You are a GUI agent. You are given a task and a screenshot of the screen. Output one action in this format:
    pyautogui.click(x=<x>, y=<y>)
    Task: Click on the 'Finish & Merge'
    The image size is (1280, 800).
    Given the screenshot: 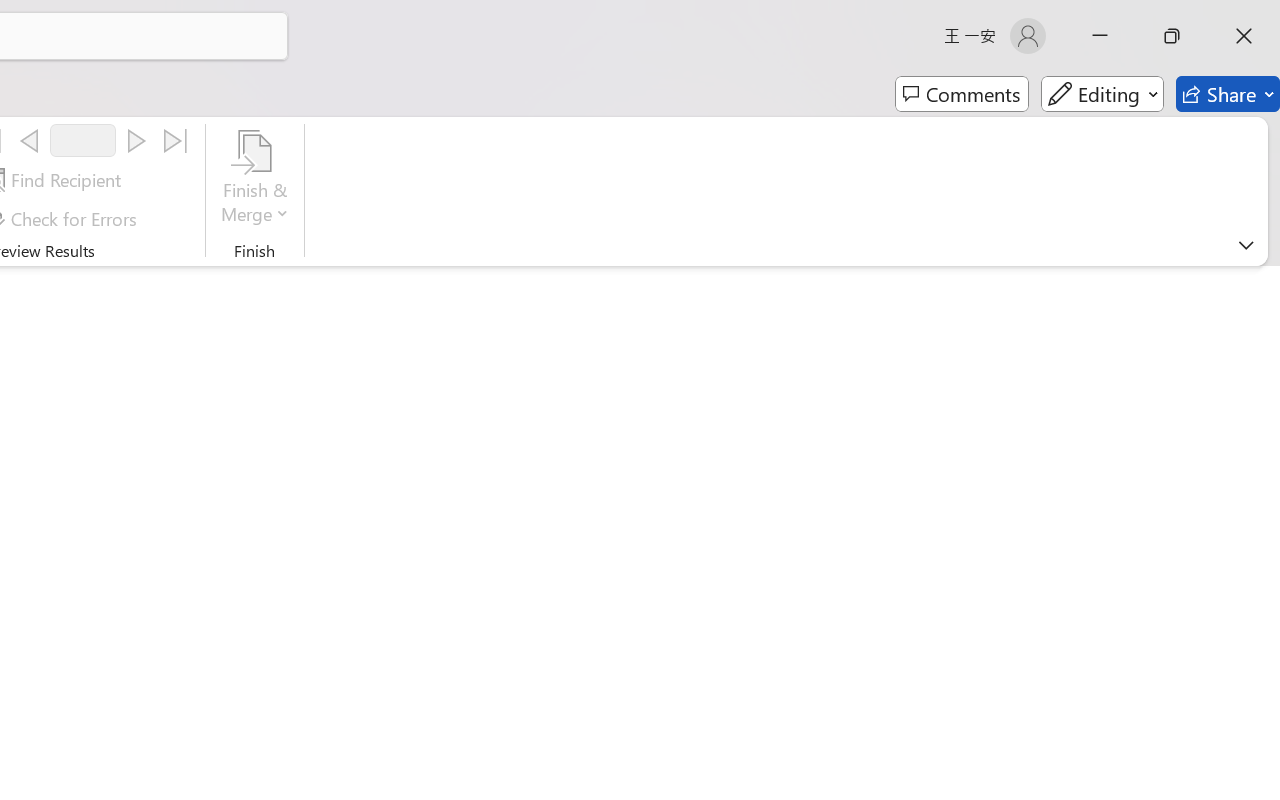 What is the action you would take?
    pyautogui.click(x=254, y=179)
    